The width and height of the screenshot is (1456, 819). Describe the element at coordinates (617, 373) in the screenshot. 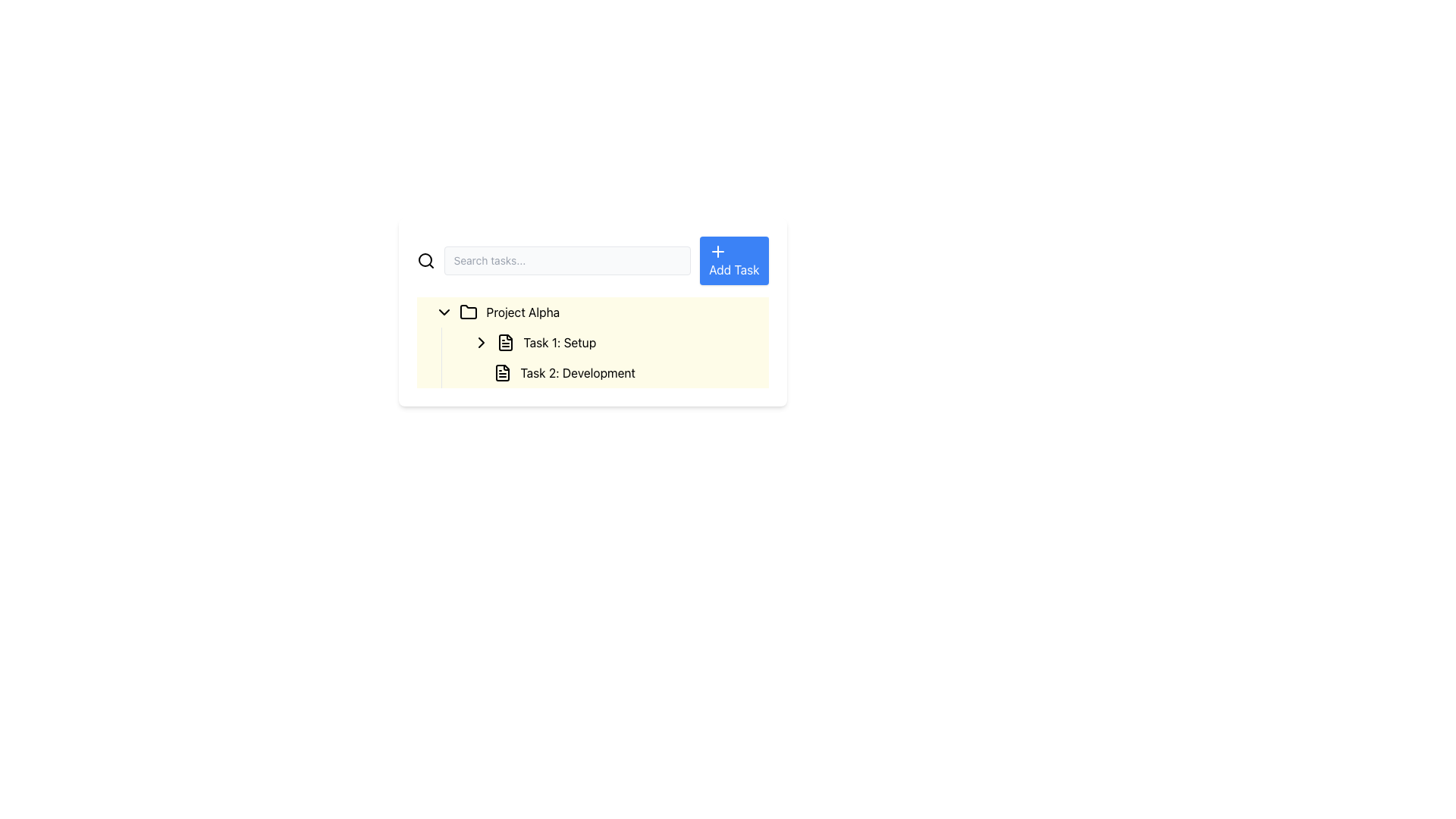

I see `the label reading 'Task 2: Development' with a document icon` at that location.